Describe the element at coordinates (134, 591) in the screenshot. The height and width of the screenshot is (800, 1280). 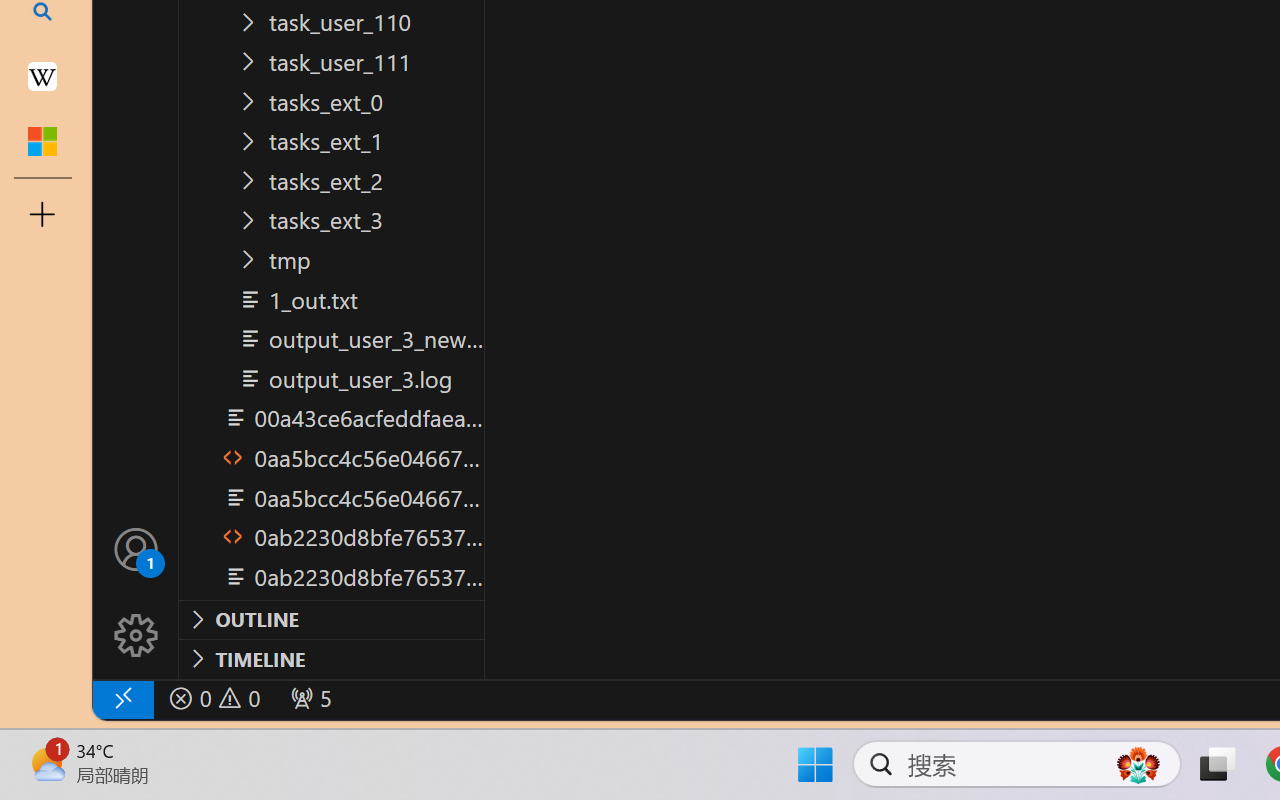
I see `'Manage'` at that location.